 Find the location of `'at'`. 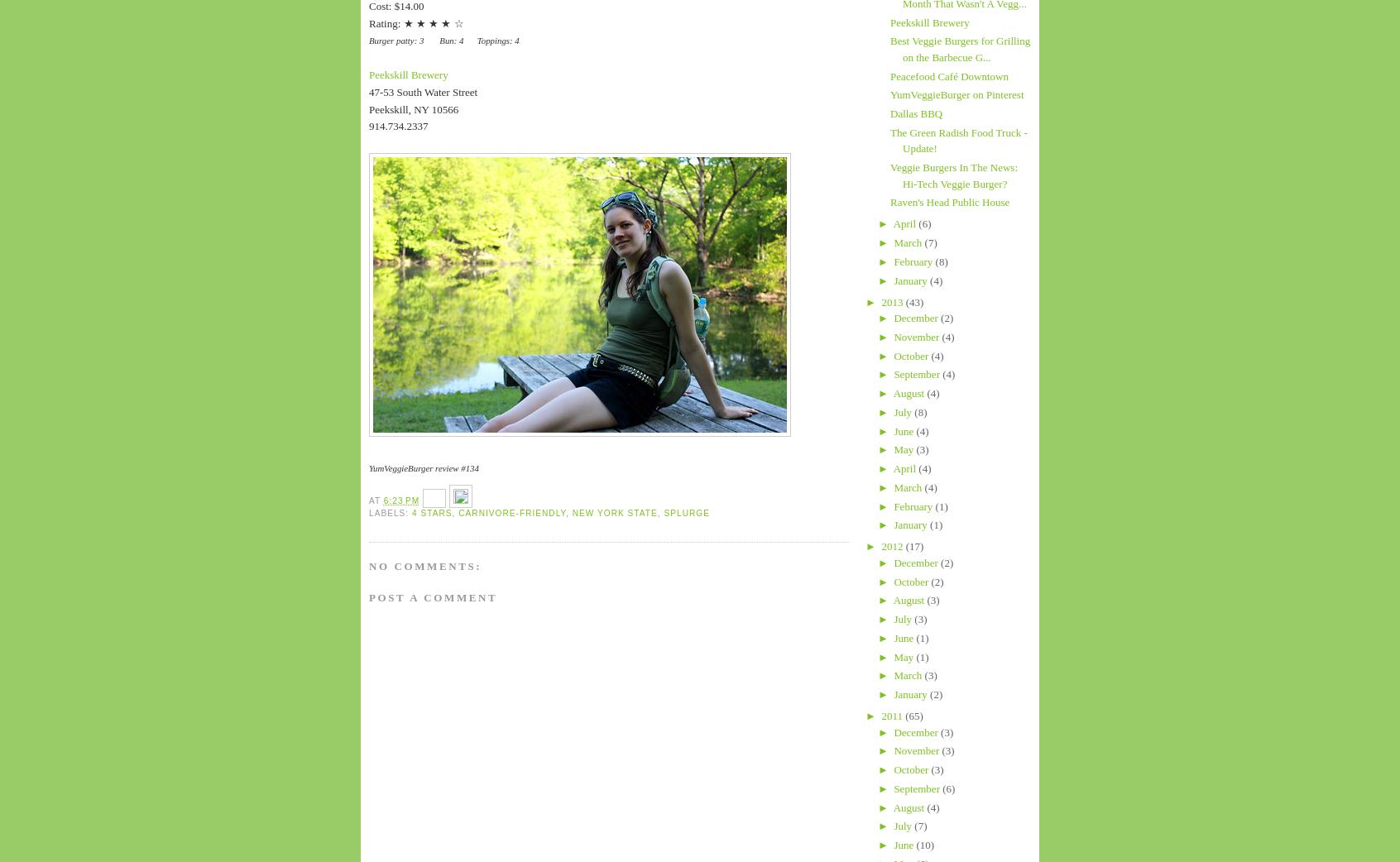

'at' is located at coordinates (368, 500).